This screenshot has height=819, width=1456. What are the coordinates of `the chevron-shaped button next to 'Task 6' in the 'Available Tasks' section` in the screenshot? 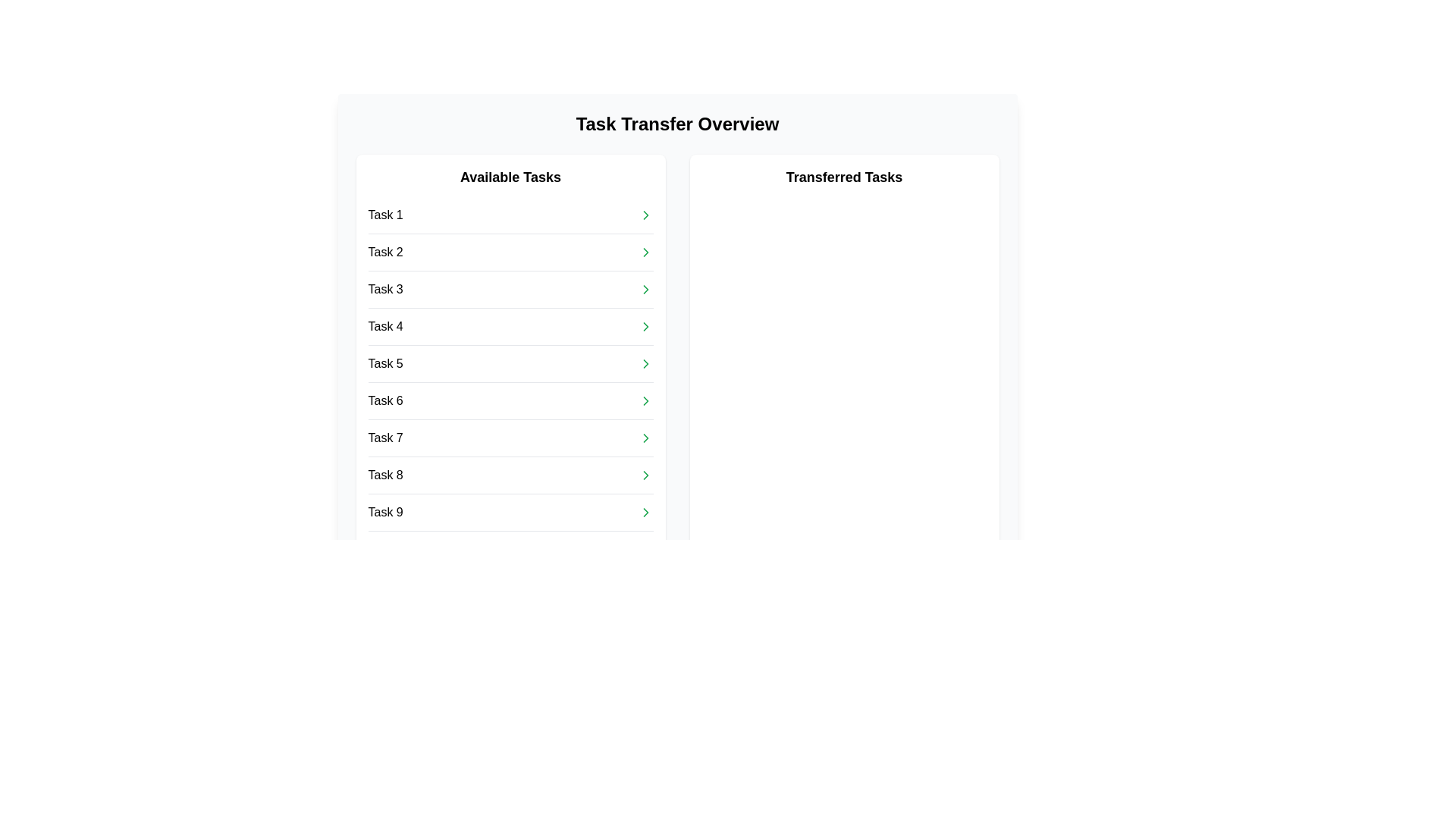 It's located at (645, 400).